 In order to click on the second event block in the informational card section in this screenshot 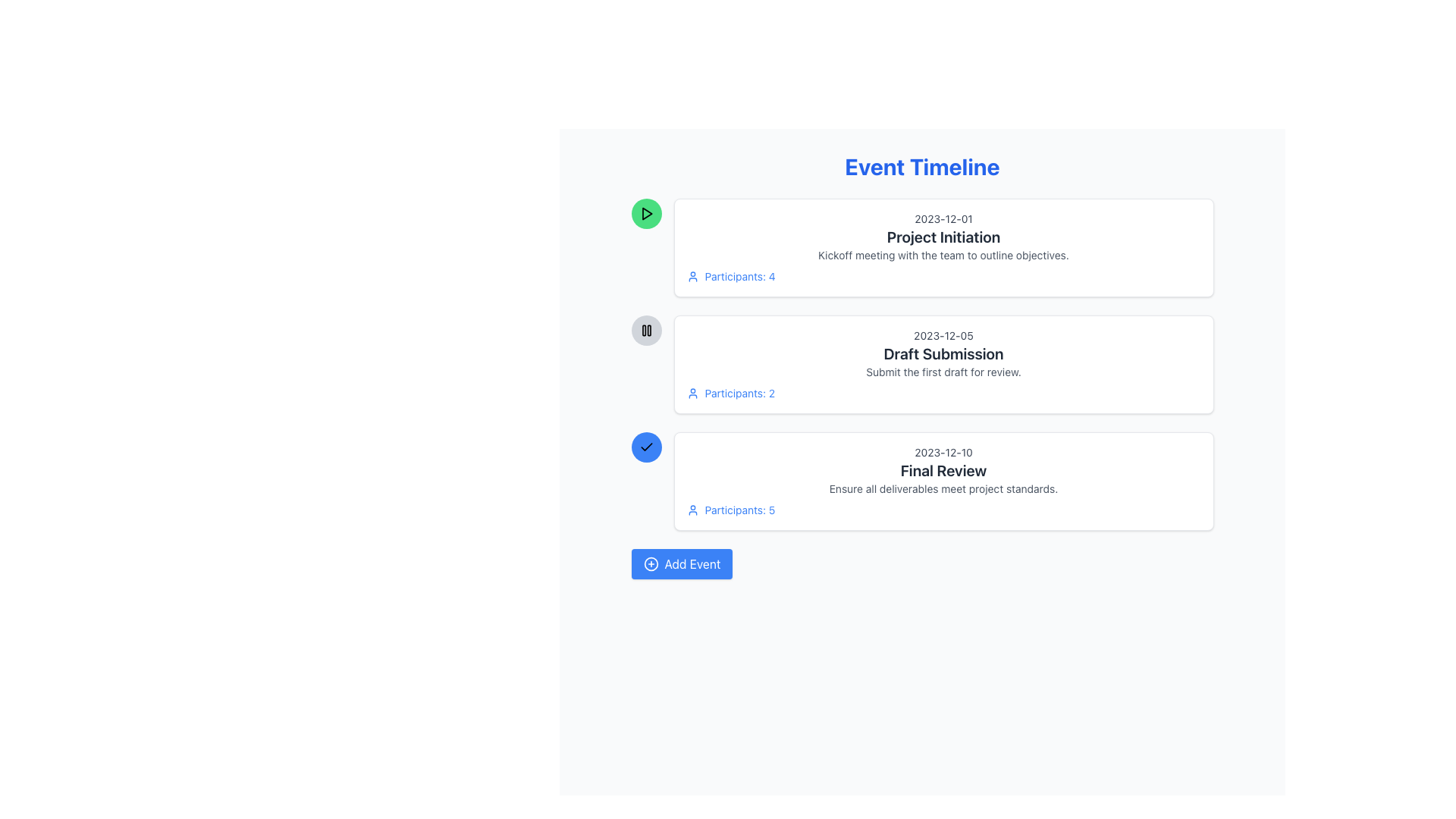, I will do `click(921, 365)`.